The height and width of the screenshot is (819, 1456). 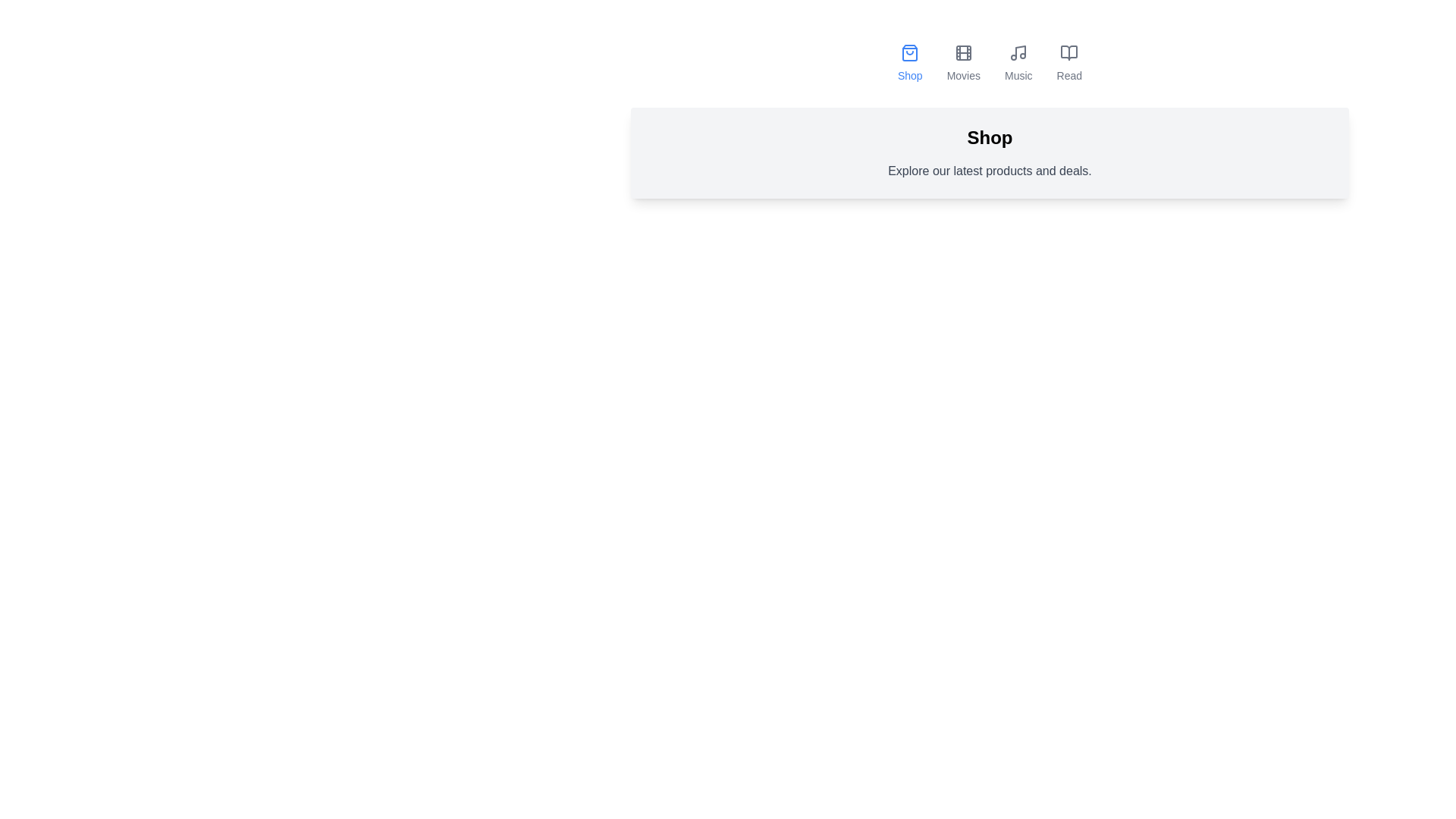 What do you see at coordinates (1068, 63) in the screenshot?
I see `the tab labeled Read` at bounding box center [1068, 63].